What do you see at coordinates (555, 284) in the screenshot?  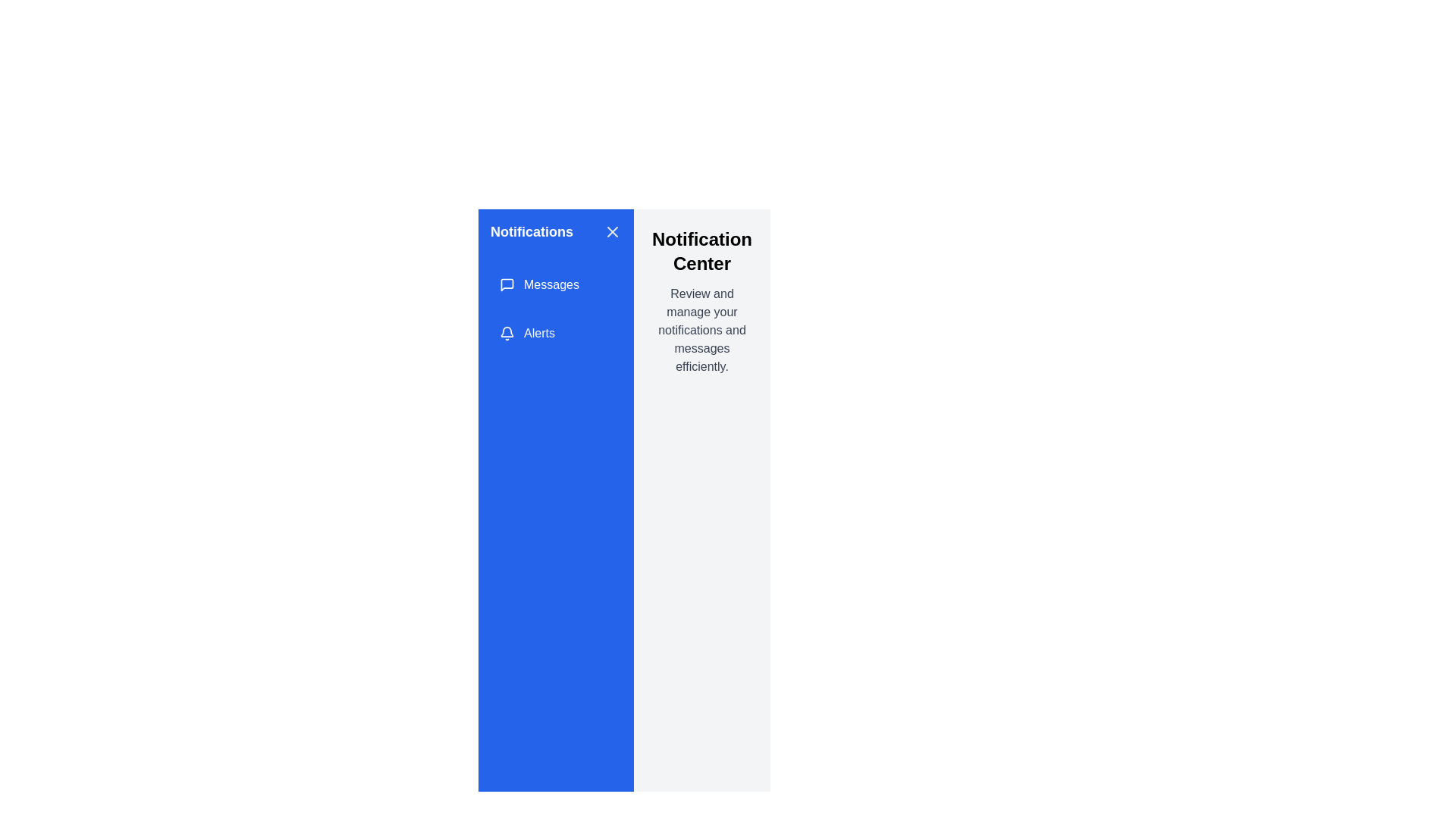 I see `the 'Messages' button which has a speech bubble icon and white text on a blue background, positioned above the 'Alerts' entry in the left side panel` at bounding box center [555, 284].